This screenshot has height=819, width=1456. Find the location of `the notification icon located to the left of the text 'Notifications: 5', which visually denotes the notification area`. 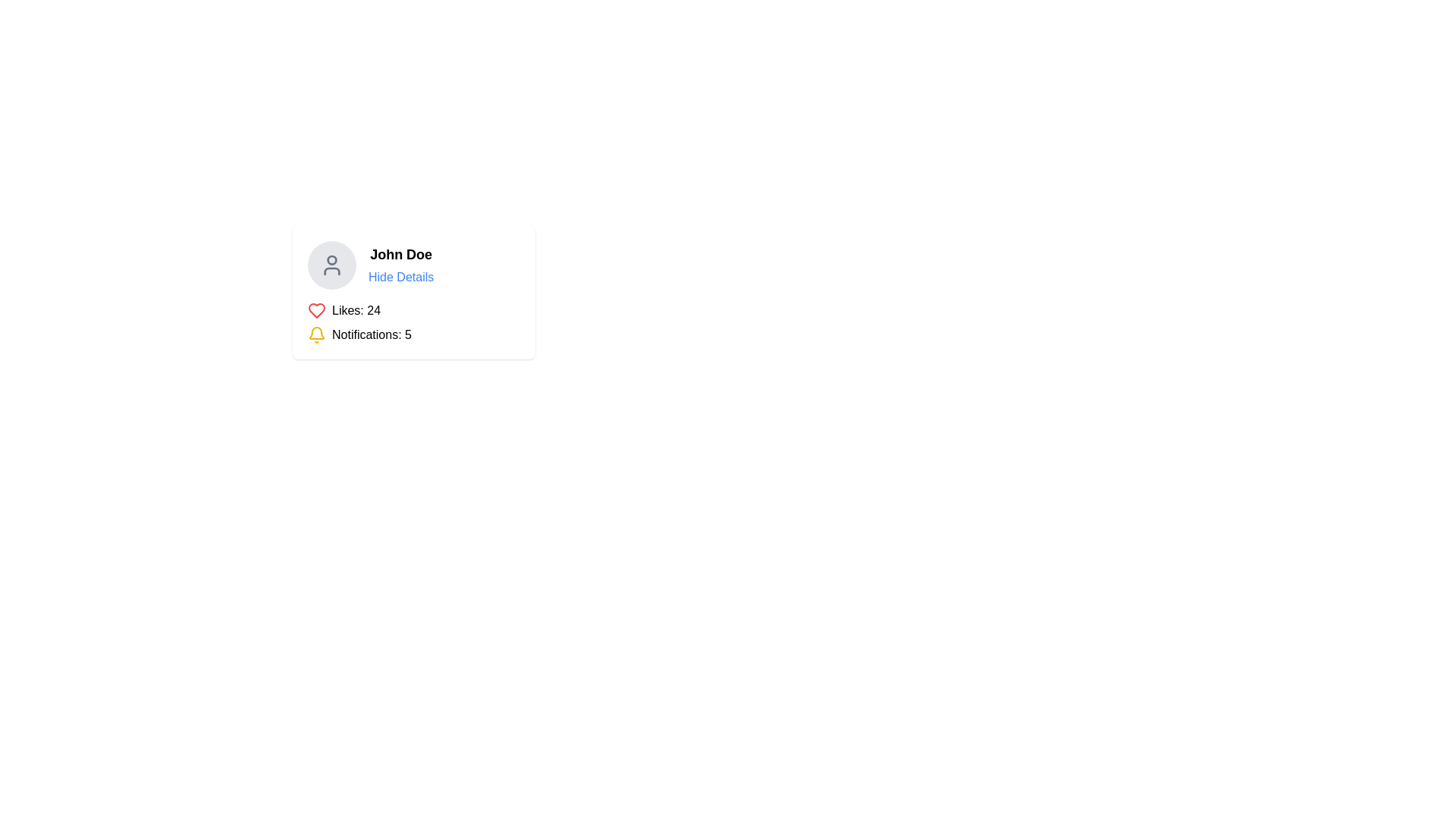

the notification icon located to the left of the text 'Notifications: 5', which visually denotes the notification area is located at coordinates (315, 334).